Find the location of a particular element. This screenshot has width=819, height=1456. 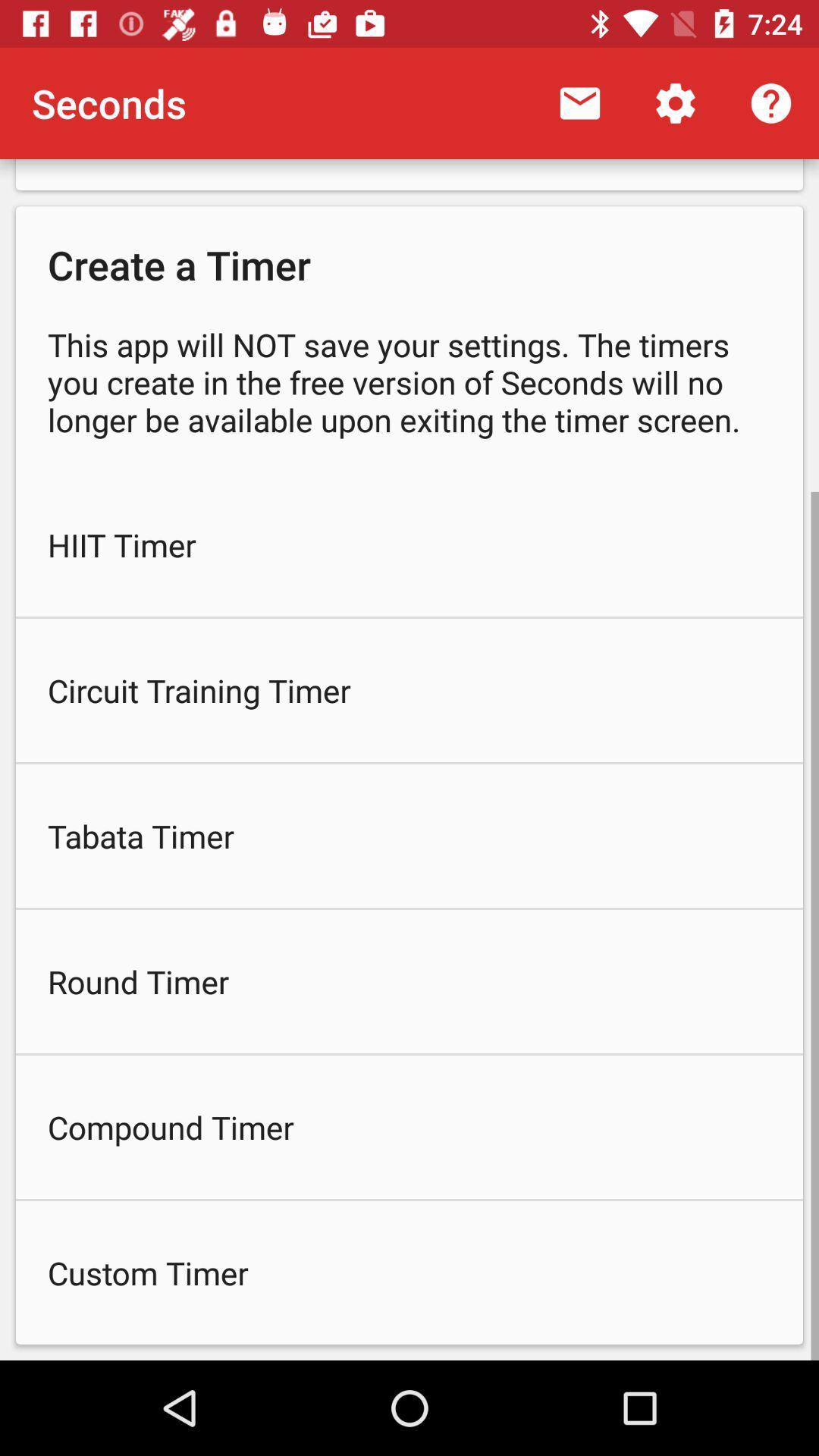

the custom timer item is located at coordinates (409, 1272).